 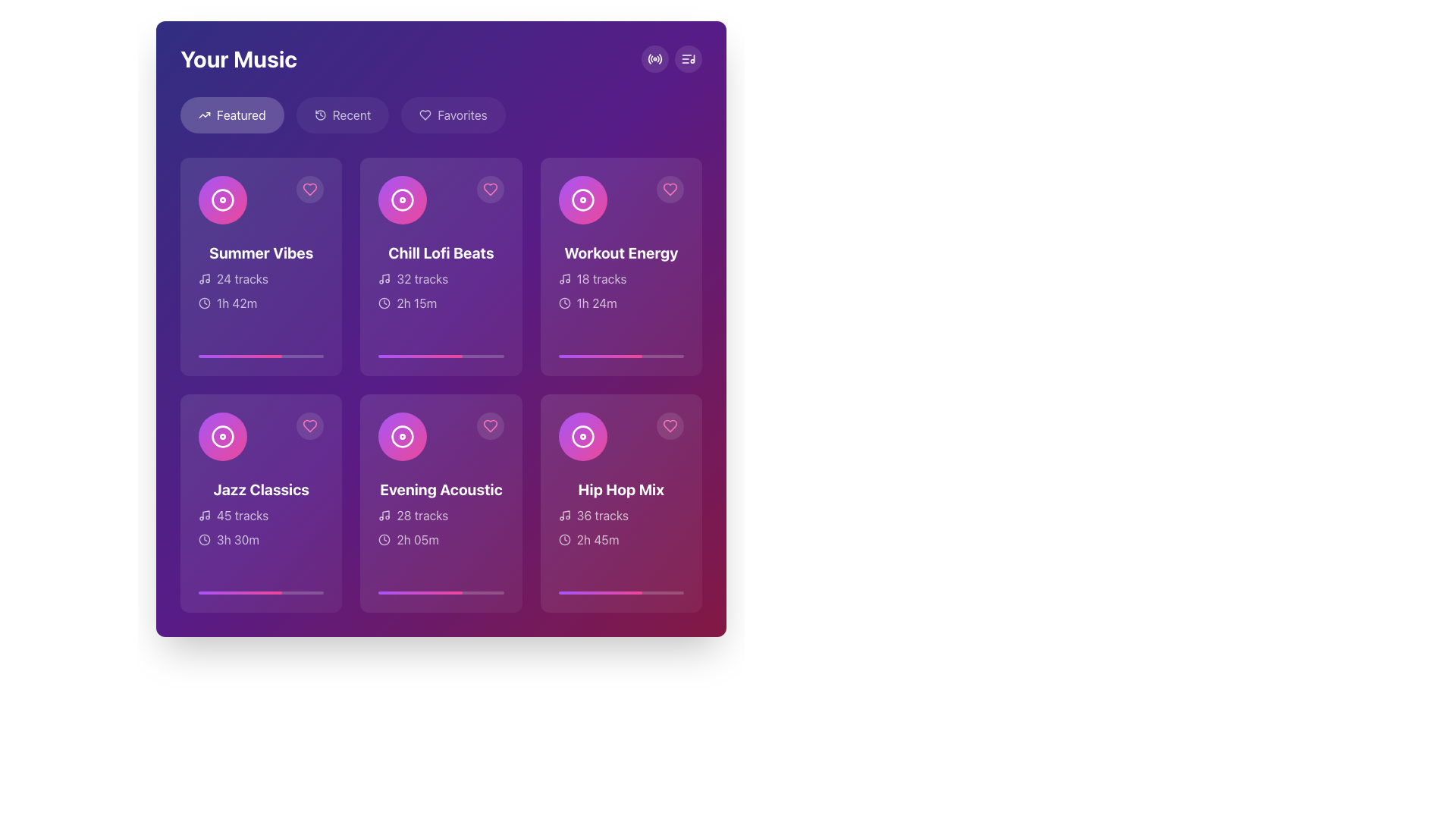 I want to click on the second playlist card in the top row, so click(x=440, y=265).